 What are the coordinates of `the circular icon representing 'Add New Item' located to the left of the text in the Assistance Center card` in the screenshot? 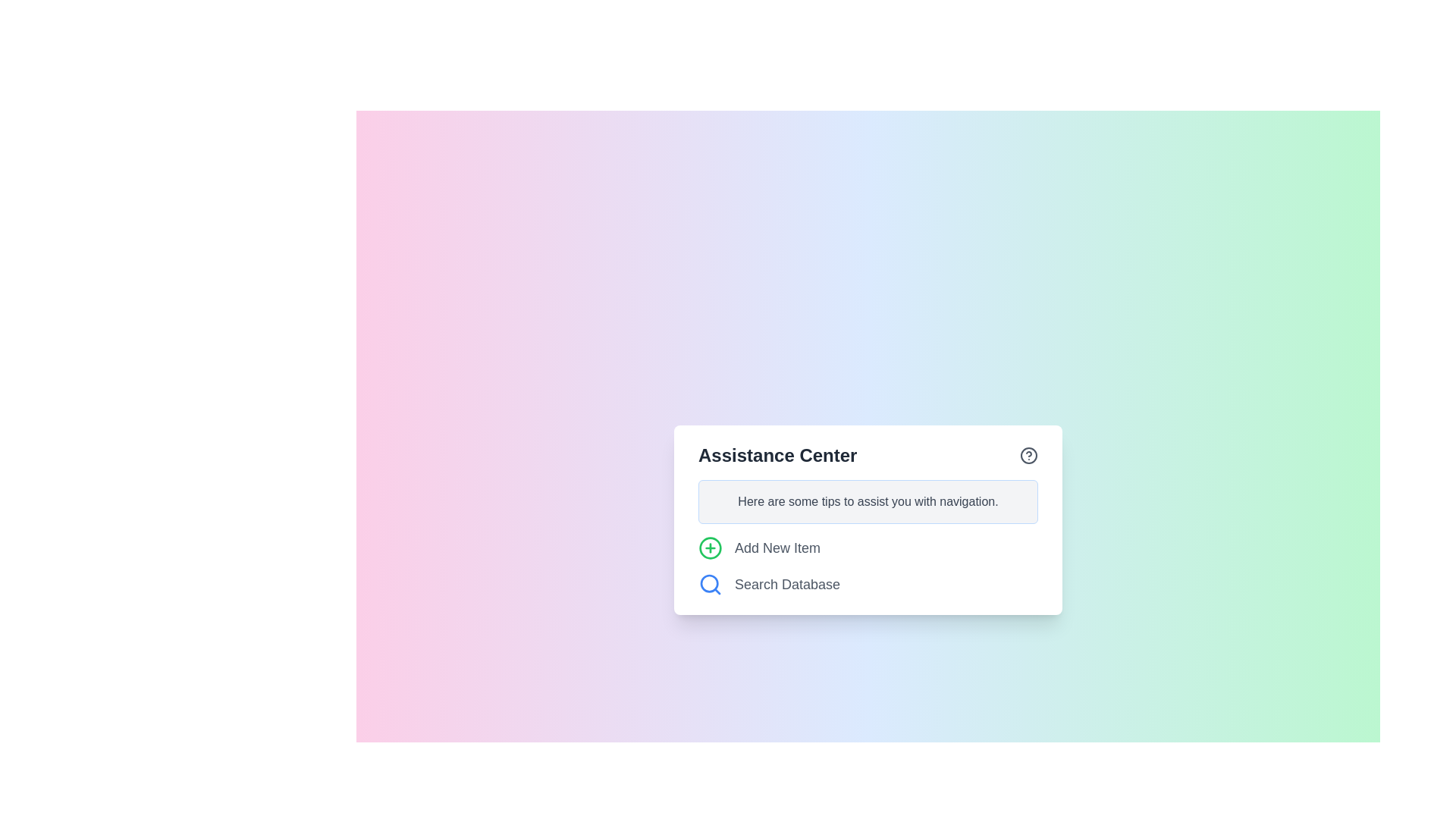 It's located at (709, 548).